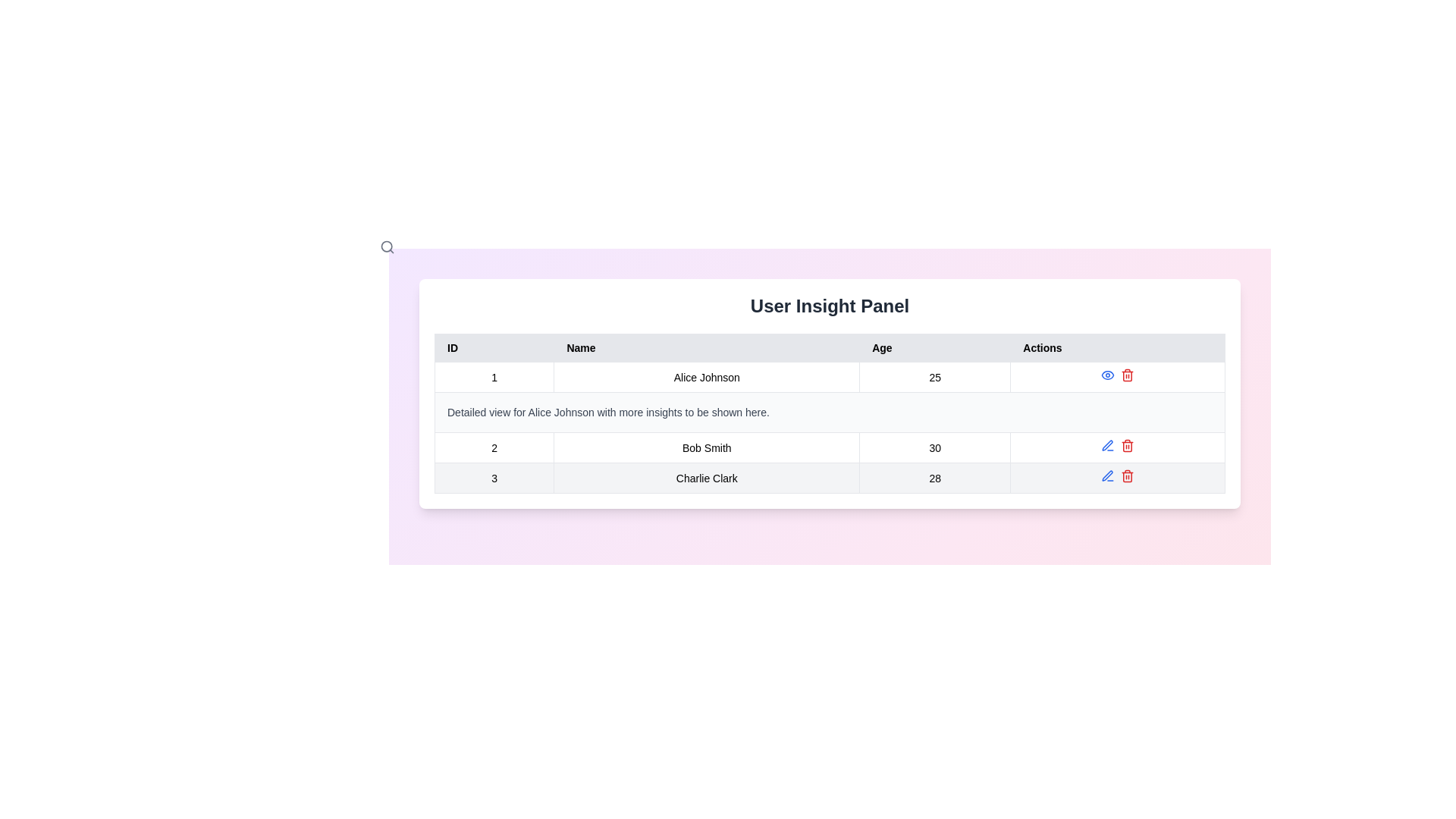  I want to click on the actionable controls for the row associated with 'Bob Smith', so click(1118, 447).